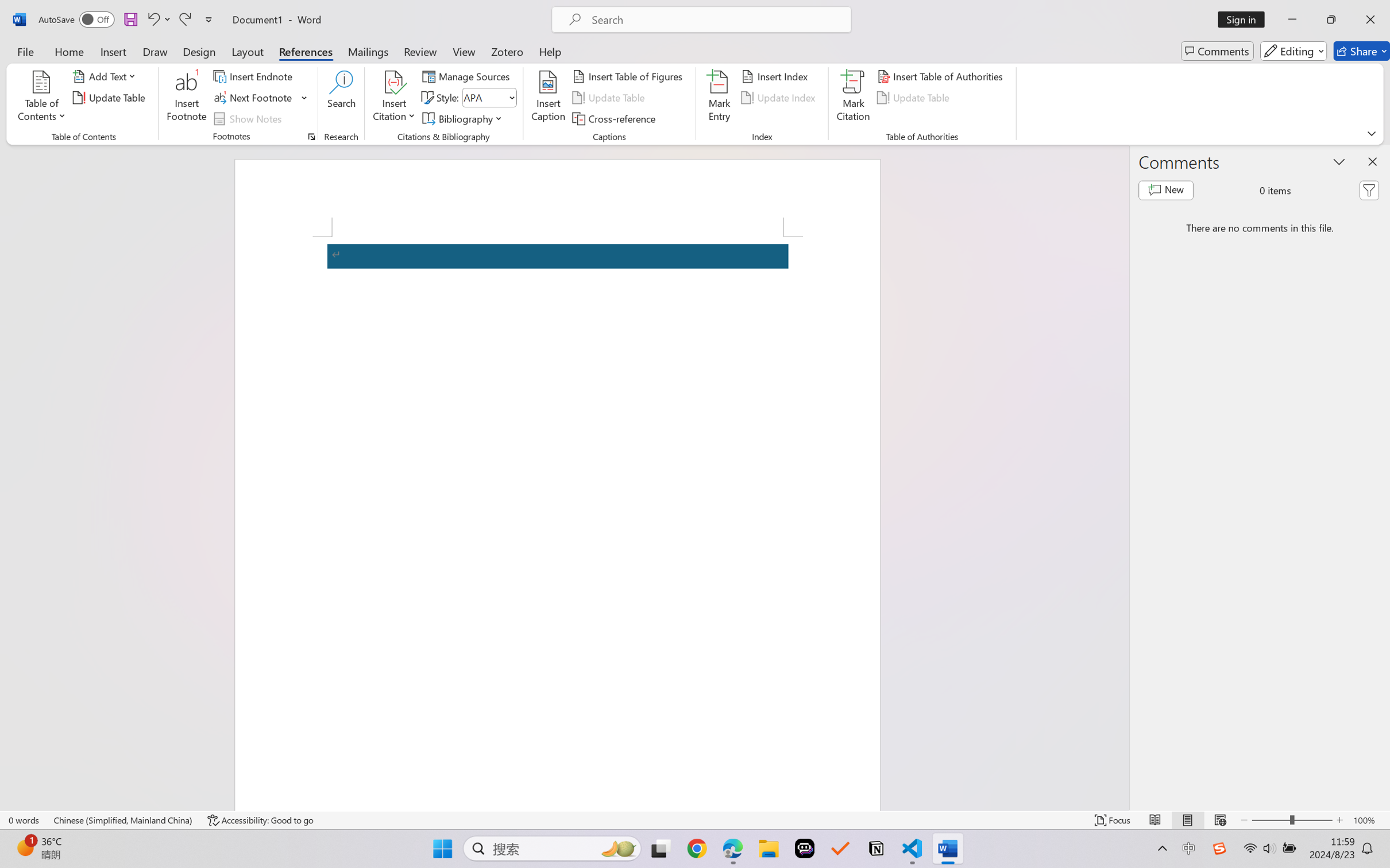 This screenshot has width=1390, height=868. I want to click on 'Insert Footnote', so click(186, 98).